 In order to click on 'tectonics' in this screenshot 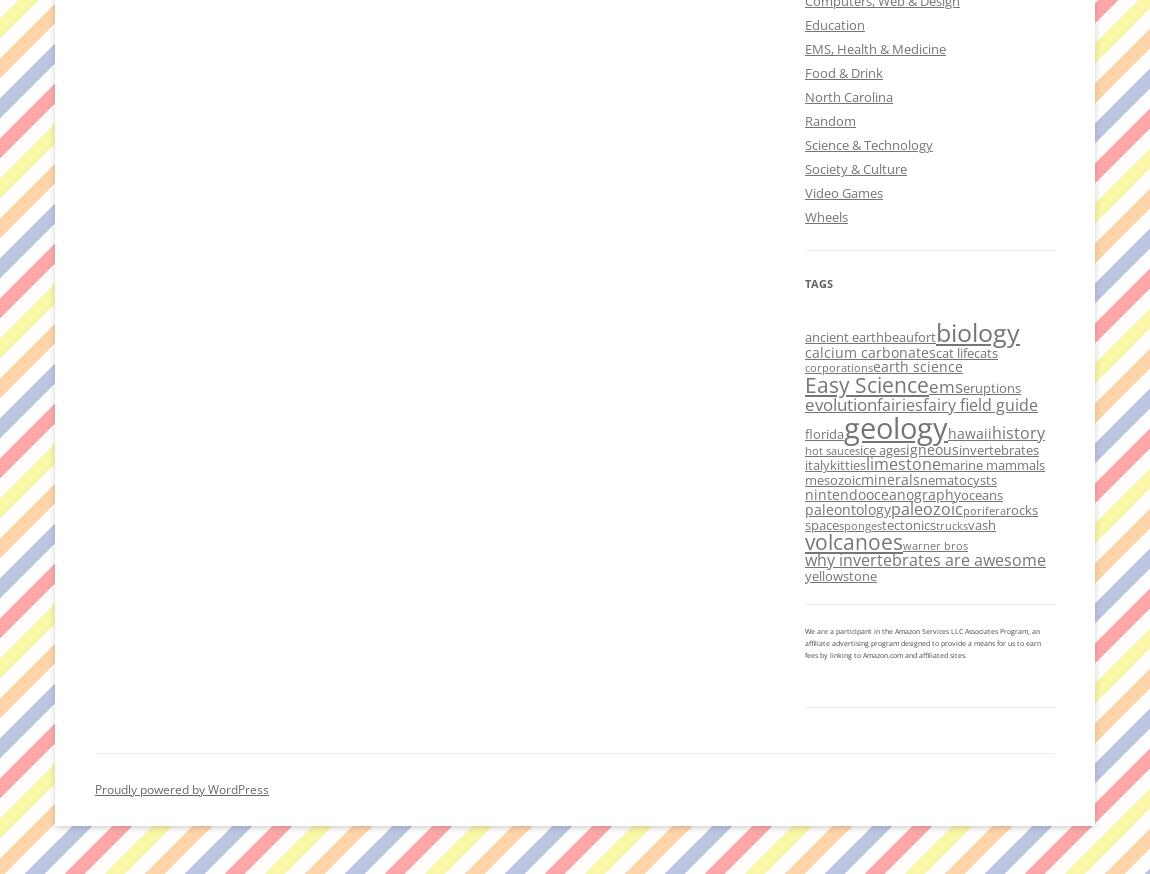, I will do `click(908, 523)`.